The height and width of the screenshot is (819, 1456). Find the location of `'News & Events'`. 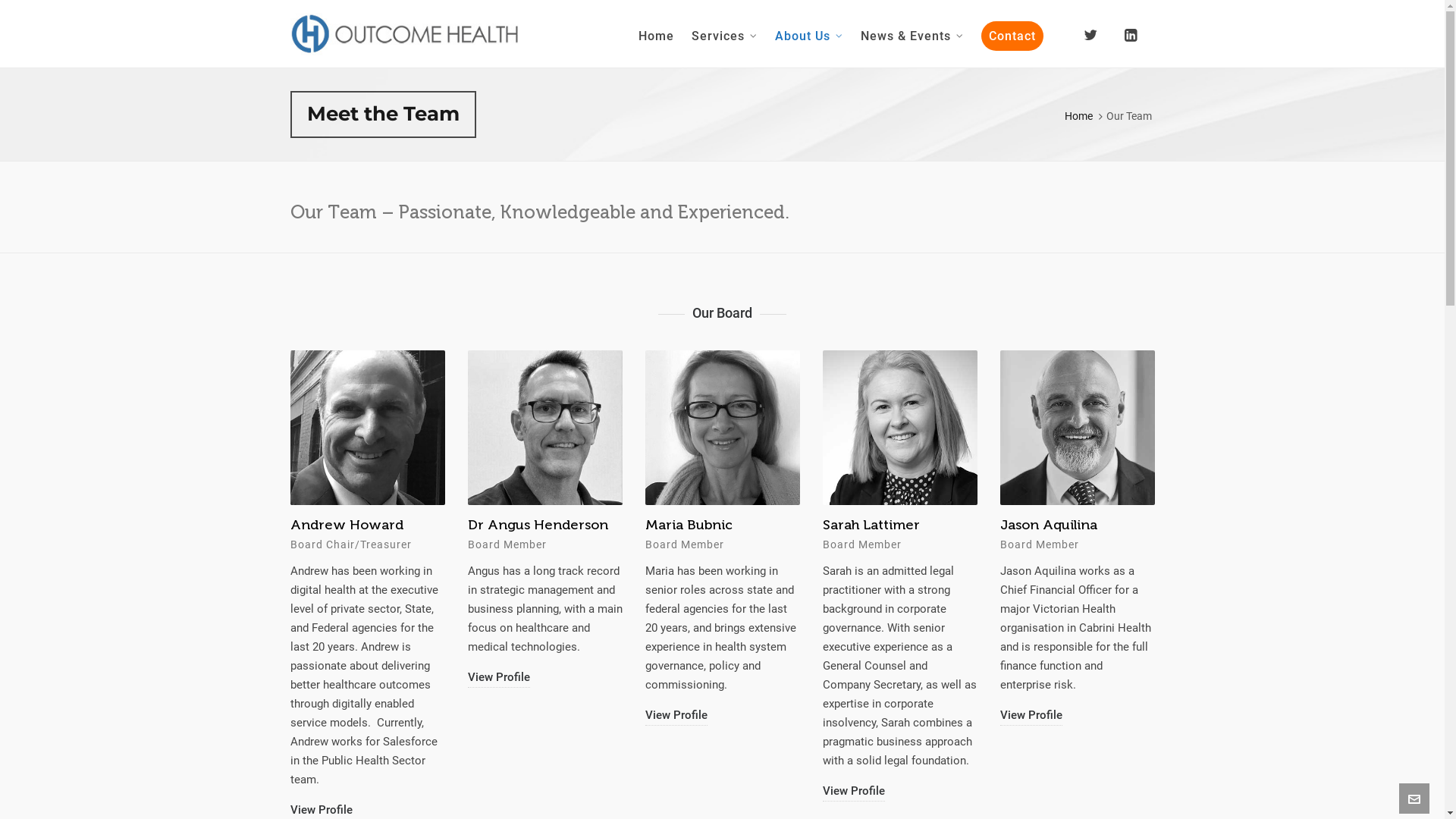

'News & Events' is located at coordinates (912, 34).